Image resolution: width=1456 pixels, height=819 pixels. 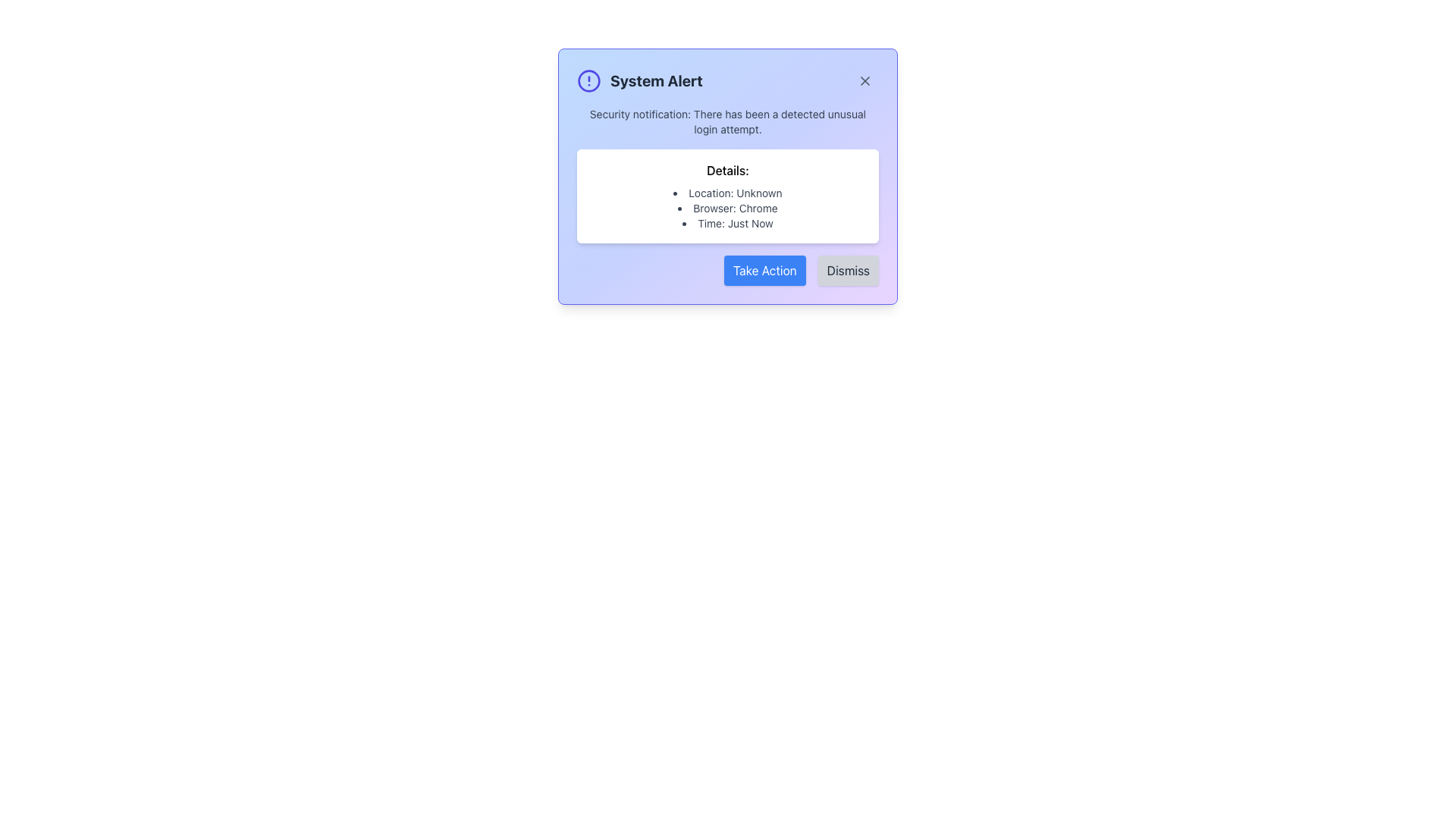 What do you see at coordinates (865, 81) in the screenshot?
I see `the 'X' close icon, which is a small gray vector graphic located in the top-right corner of the modal dialog box` at bounding box center [865, 81].